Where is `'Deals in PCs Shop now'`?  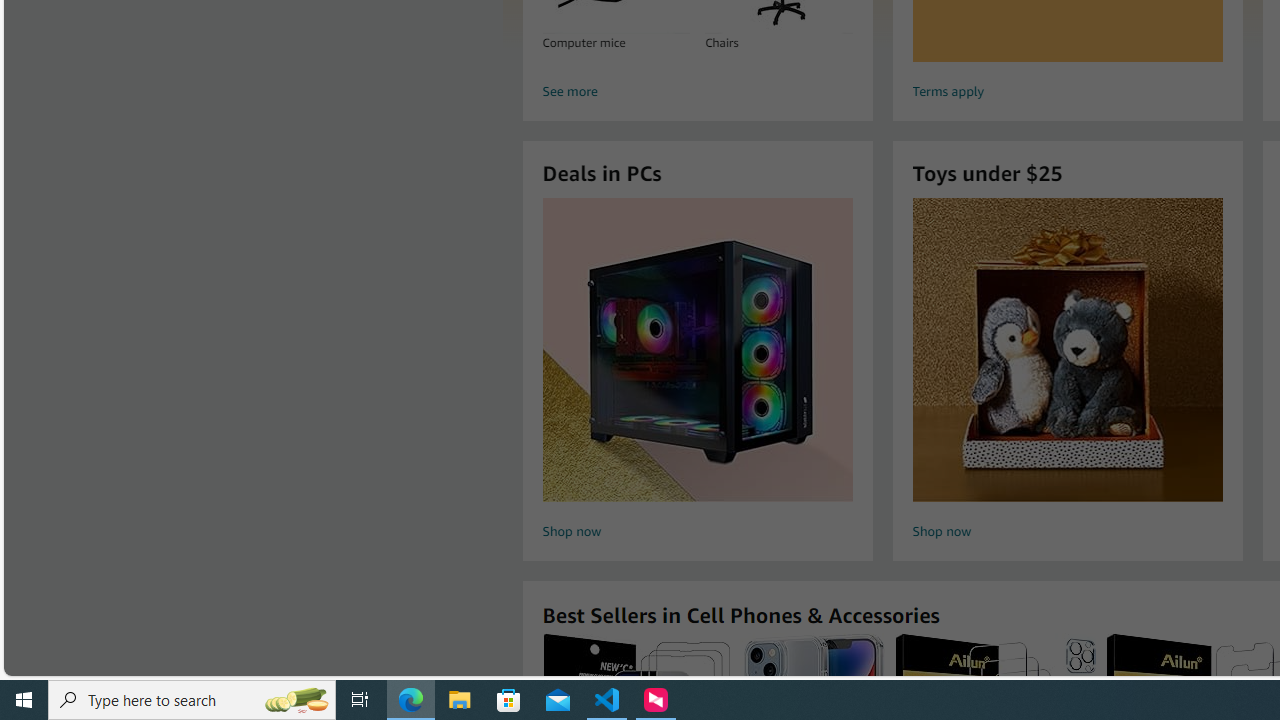
'Deals in PCs Shop now' is located at coordinates (697, 371).